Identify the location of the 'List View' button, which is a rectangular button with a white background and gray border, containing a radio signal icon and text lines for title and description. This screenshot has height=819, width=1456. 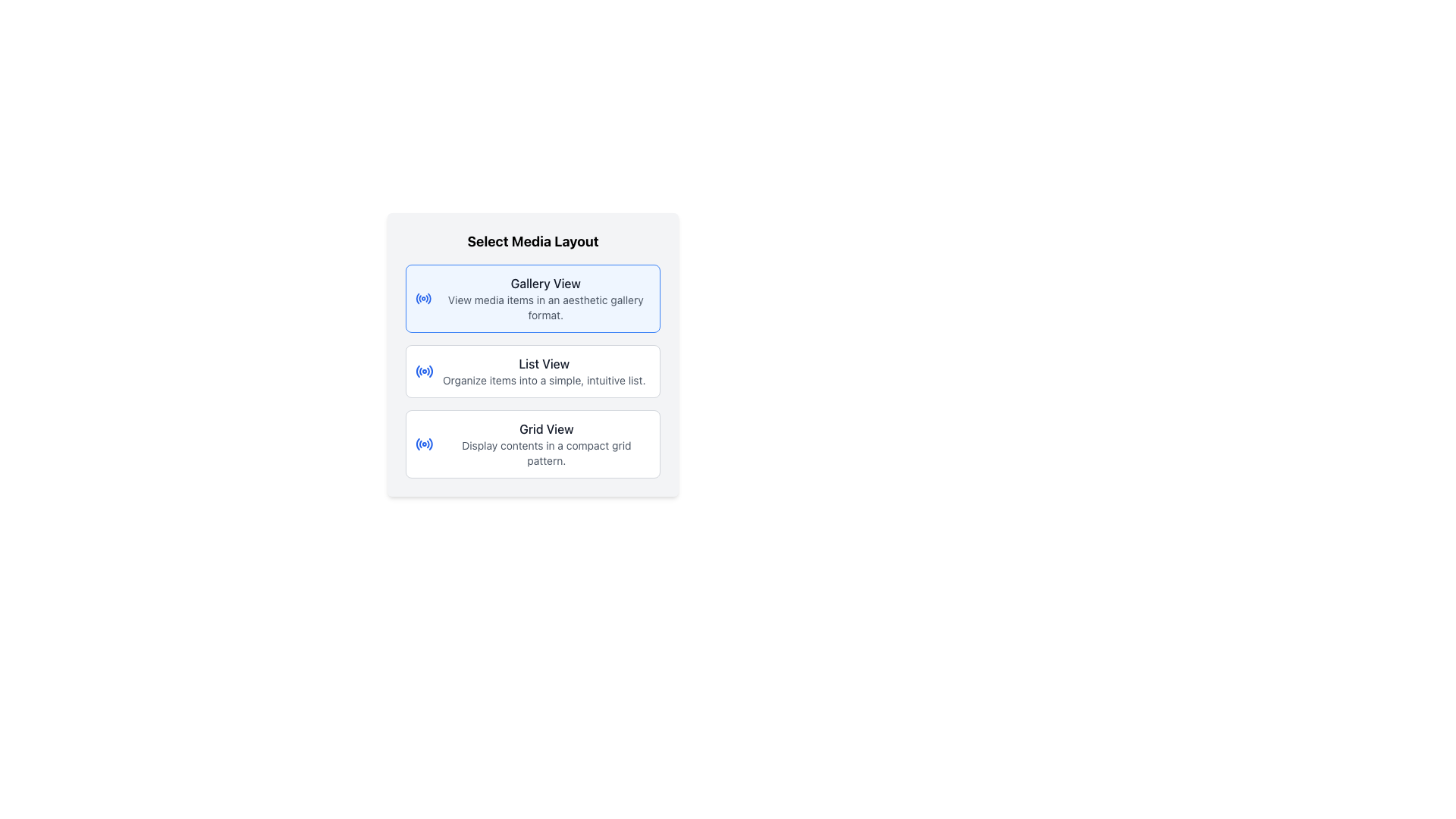
(532, 371).